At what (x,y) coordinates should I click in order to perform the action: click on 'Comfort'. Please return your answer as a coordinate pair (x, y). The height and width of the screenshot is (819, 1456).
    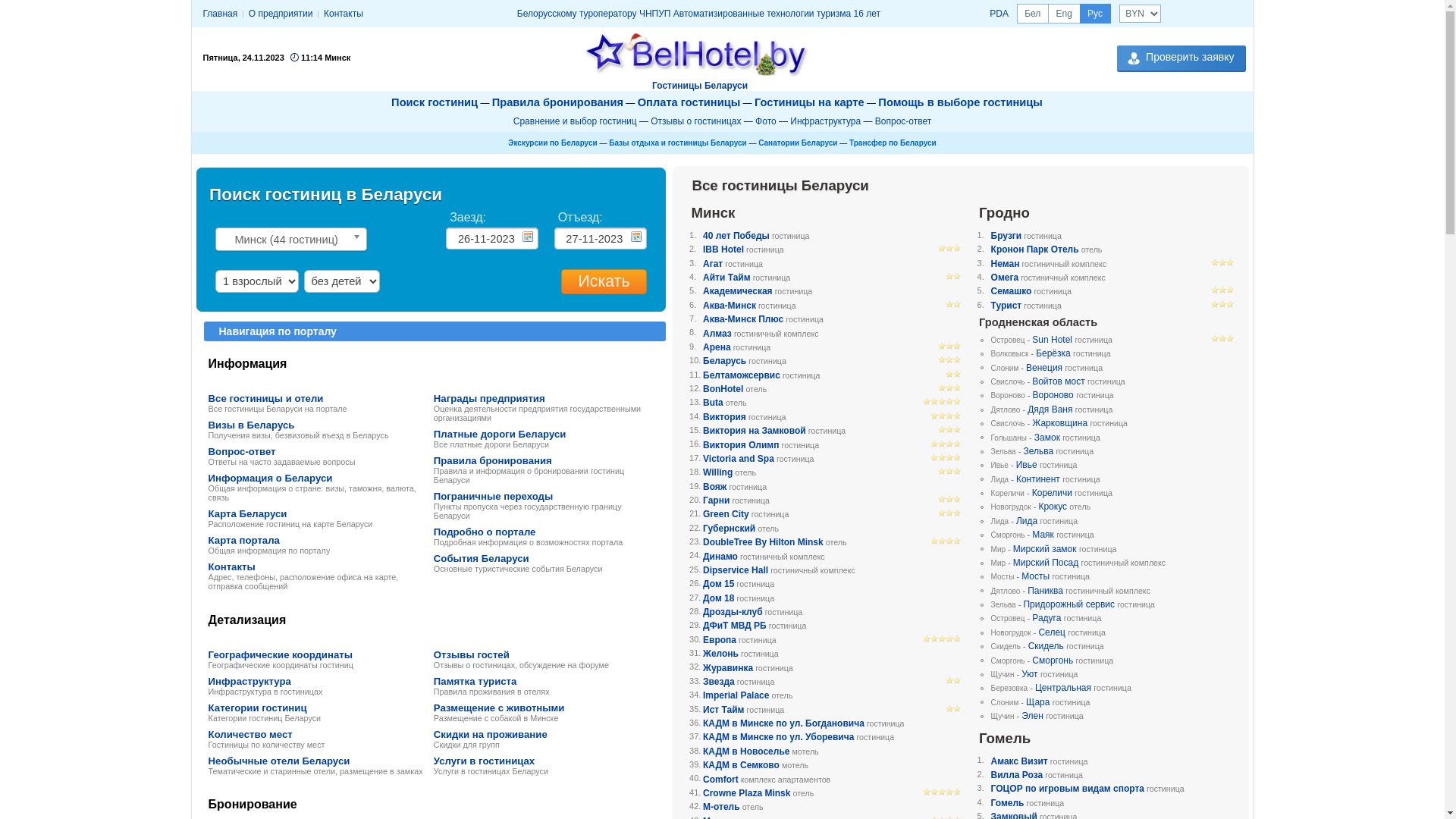
    Looking at the image, I should click on (720, 780).